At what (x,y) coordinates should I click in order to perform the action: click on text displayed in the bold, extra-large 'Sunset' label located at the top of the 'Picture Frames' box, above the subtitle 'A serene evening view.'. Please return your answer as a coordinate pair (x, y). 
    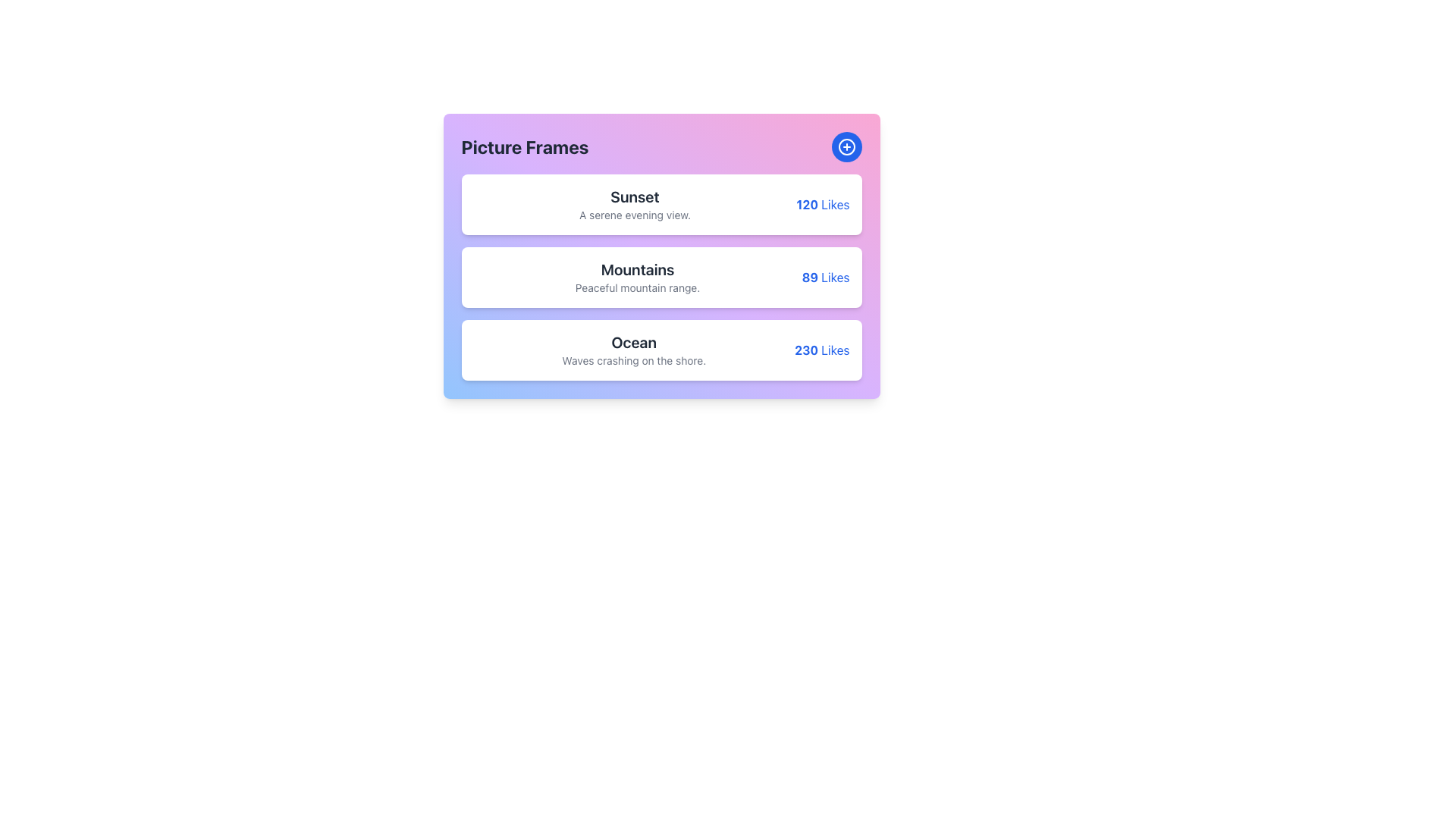
    Looking at the image, I should click on (635, 196).